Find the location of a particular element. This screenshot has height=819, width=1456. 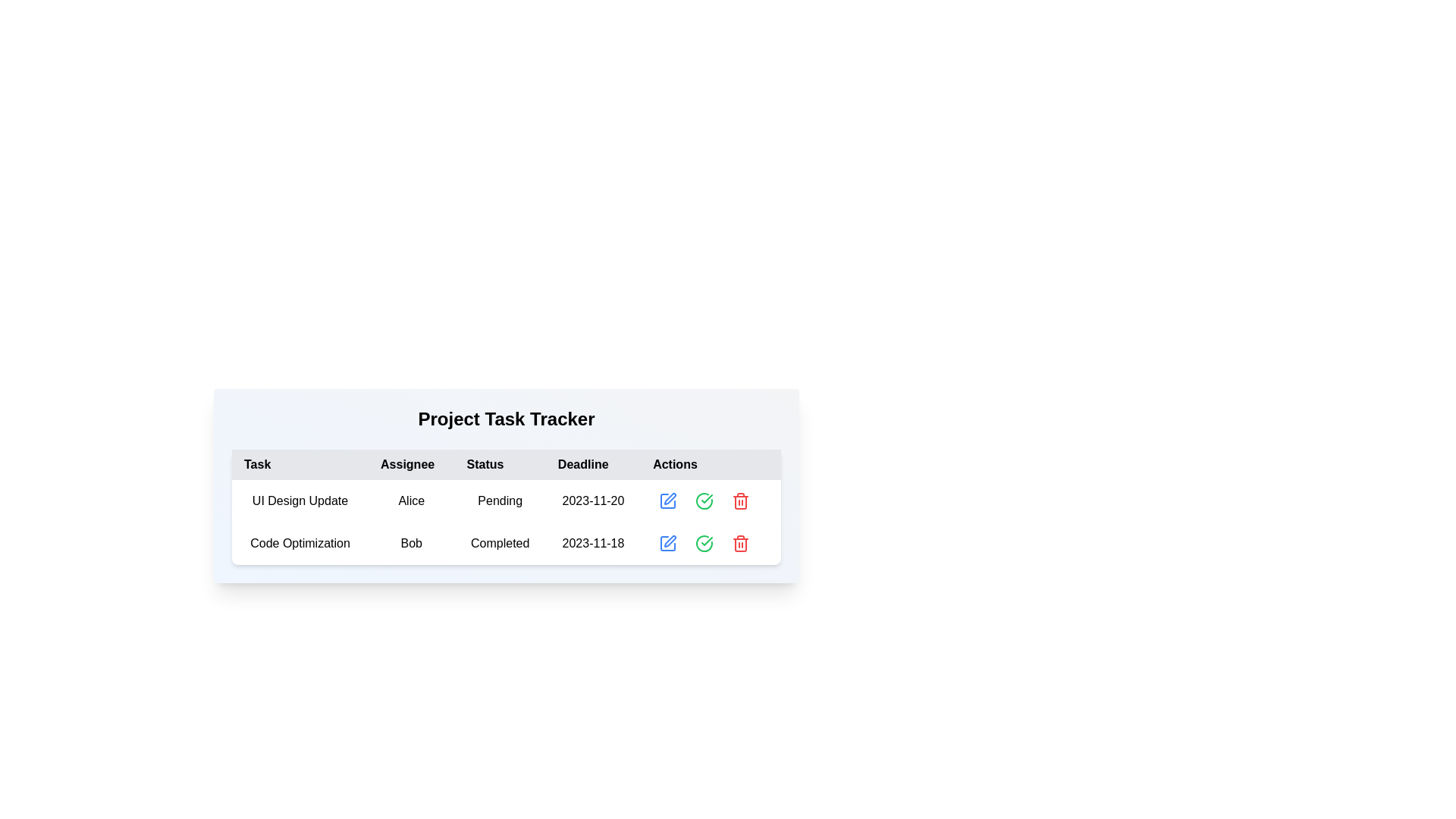

the text label displaying the deadline date for the 'Code Optimization' task, located in the second row of the table under the 'Deadline' column is located at coordinates (592, 543).